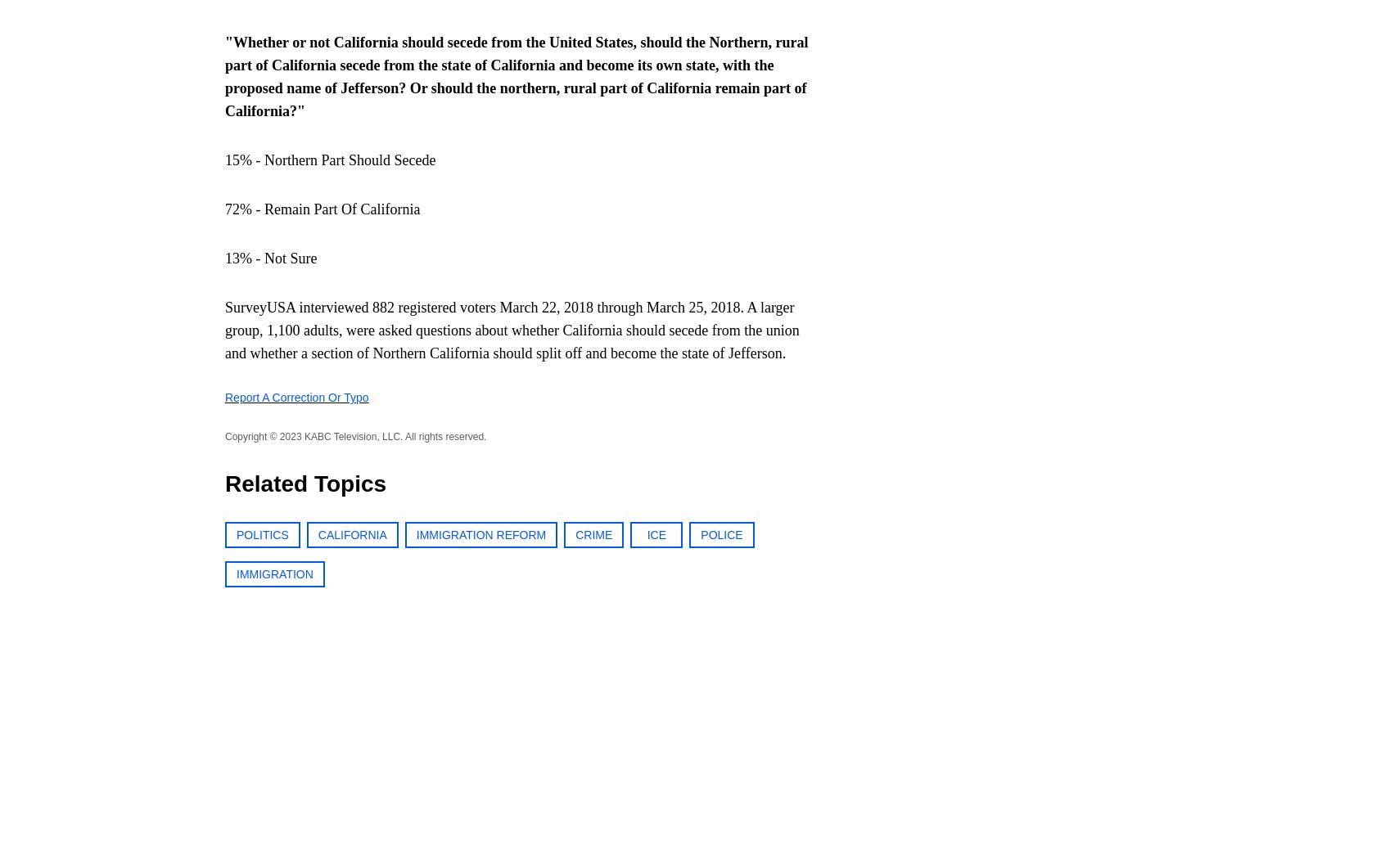 Image resolution: width=1385 pixels, height=868 pixels. I want to click on 'IMMIGRATION', so click(235, 573).